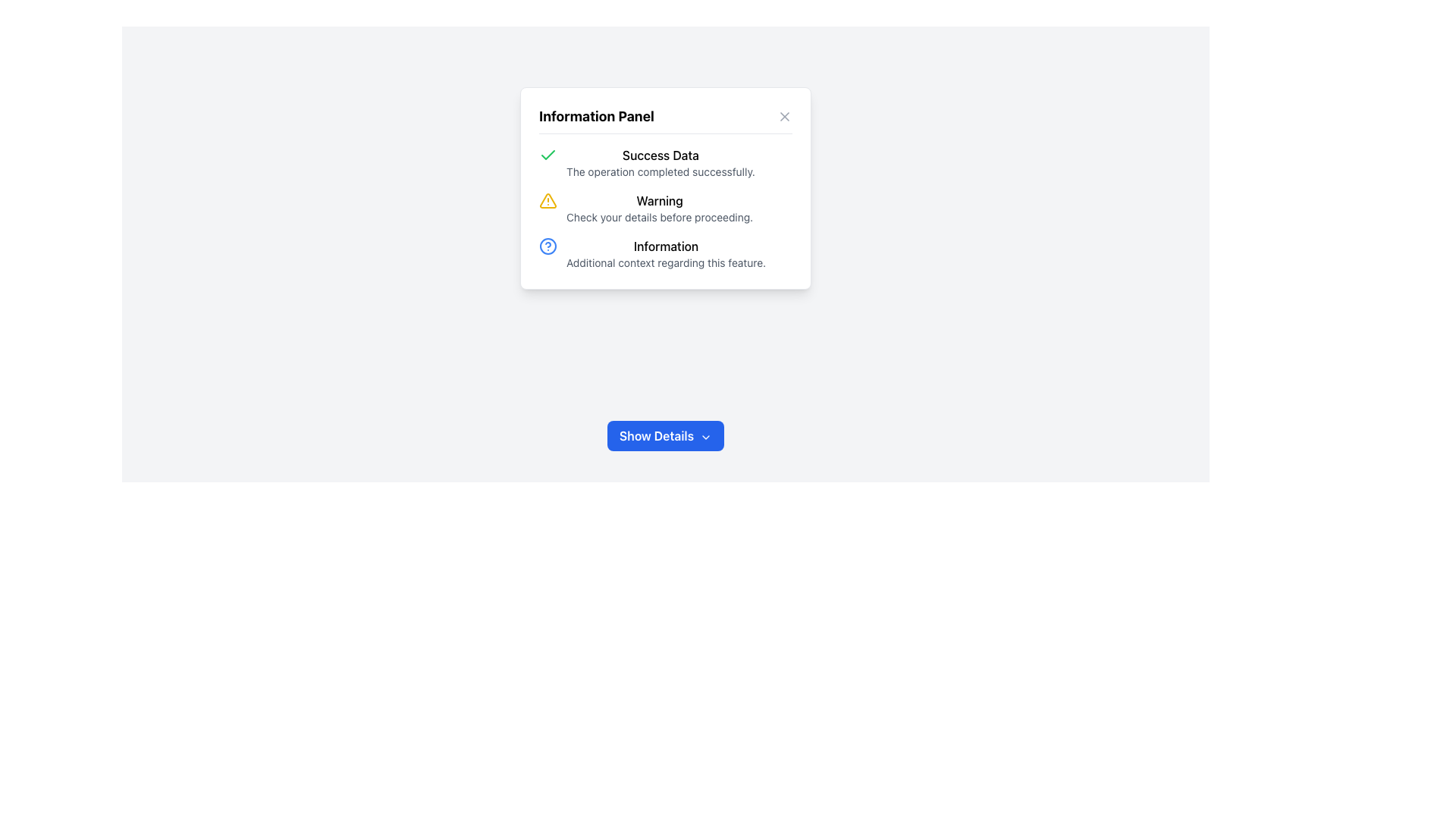 The image size is (1456, 819). I want to click on the text element that reads 'The operation completed successfully.' located beneath 'Success Data' in the 'Information Panel', so click(661, 171).